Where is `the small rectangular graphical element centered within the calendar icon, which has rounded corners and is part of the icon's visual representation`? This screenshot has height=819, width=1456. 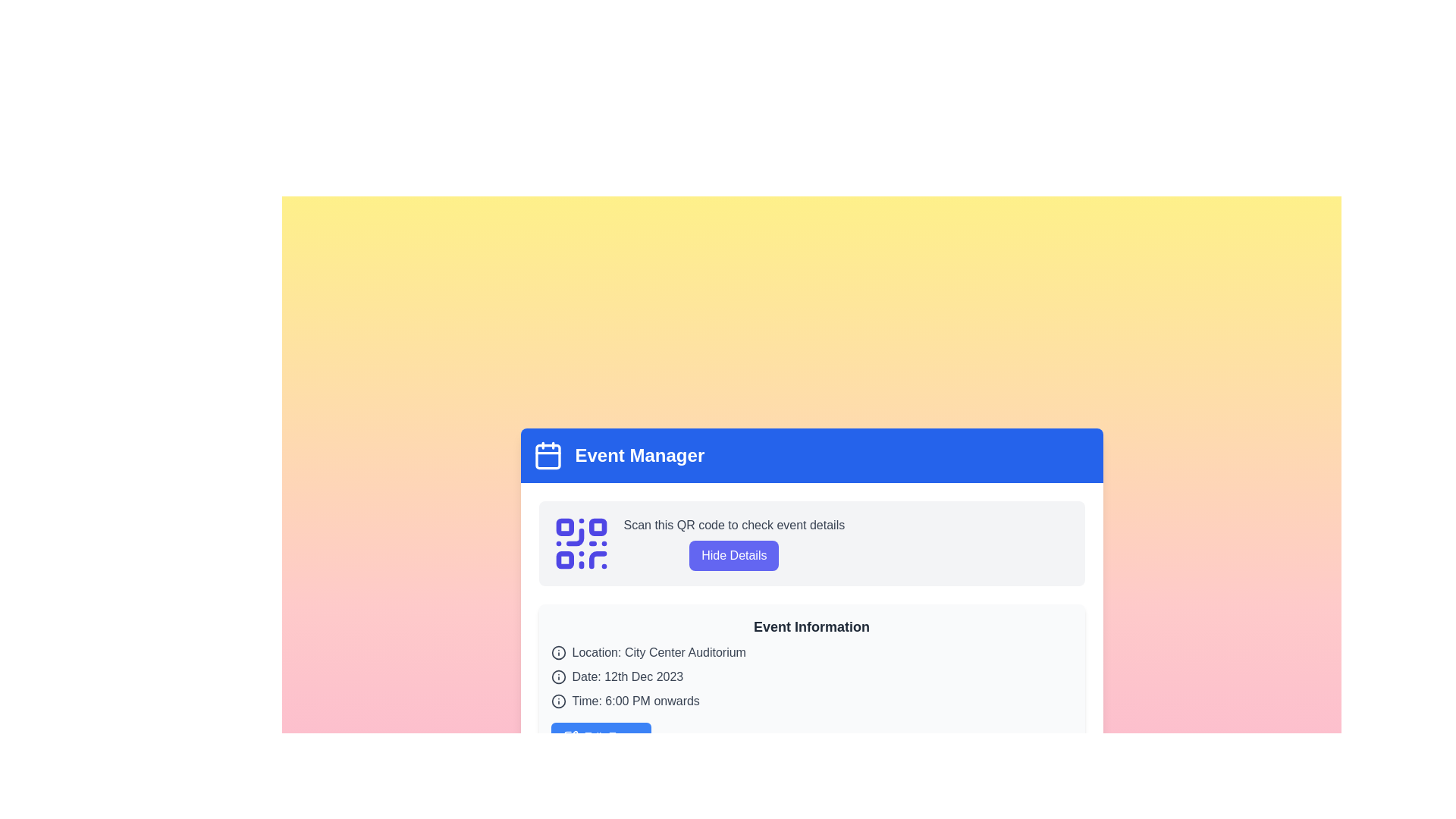
the small rectangular graphical element centered within the calendar icon, which has rounded corners and is part of the icon's visual representation is located at coordinates (547, 456).